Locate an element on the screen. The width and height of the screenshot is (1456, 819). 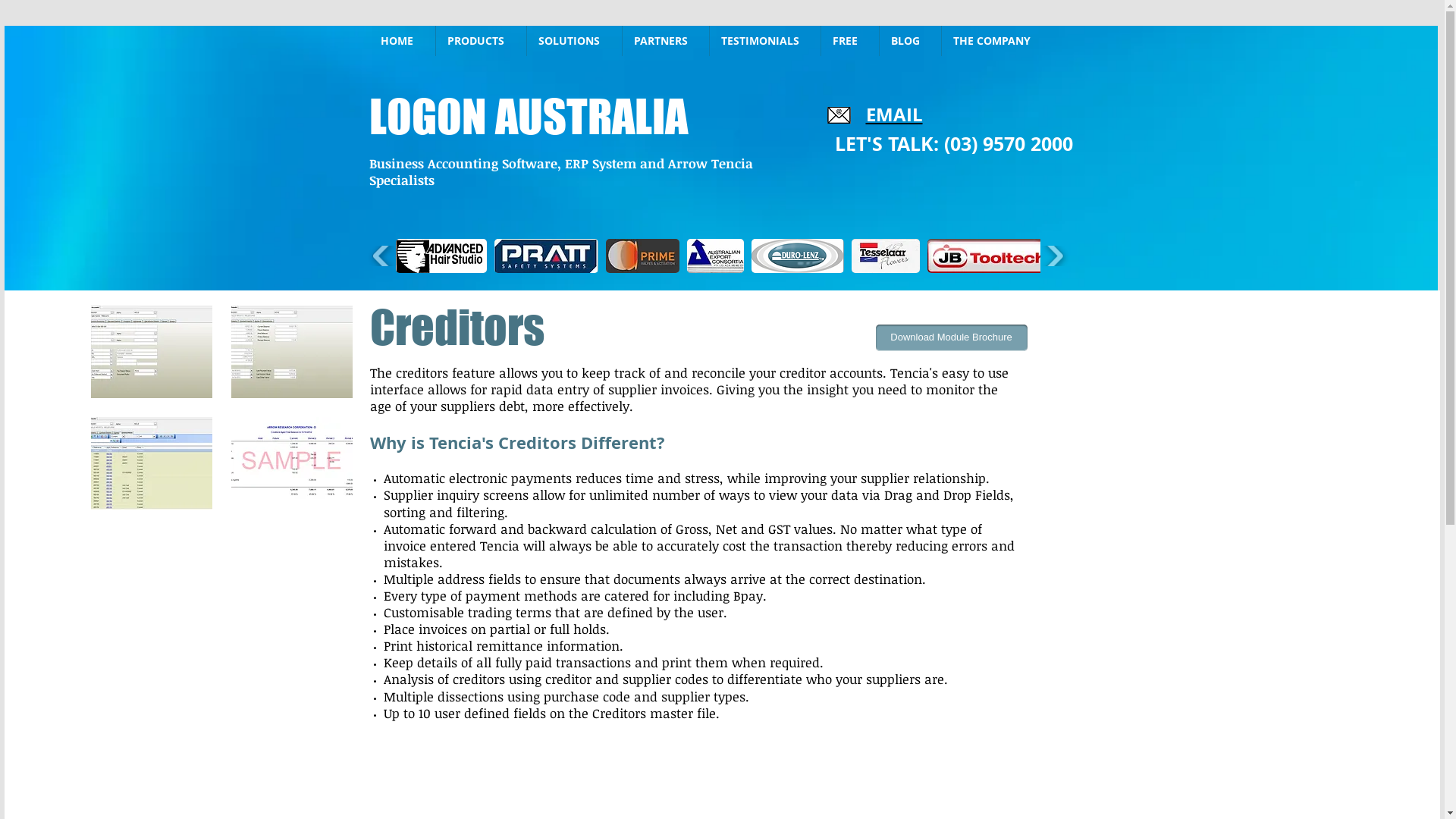
'BLOG' is located at coordinates (910, 40).